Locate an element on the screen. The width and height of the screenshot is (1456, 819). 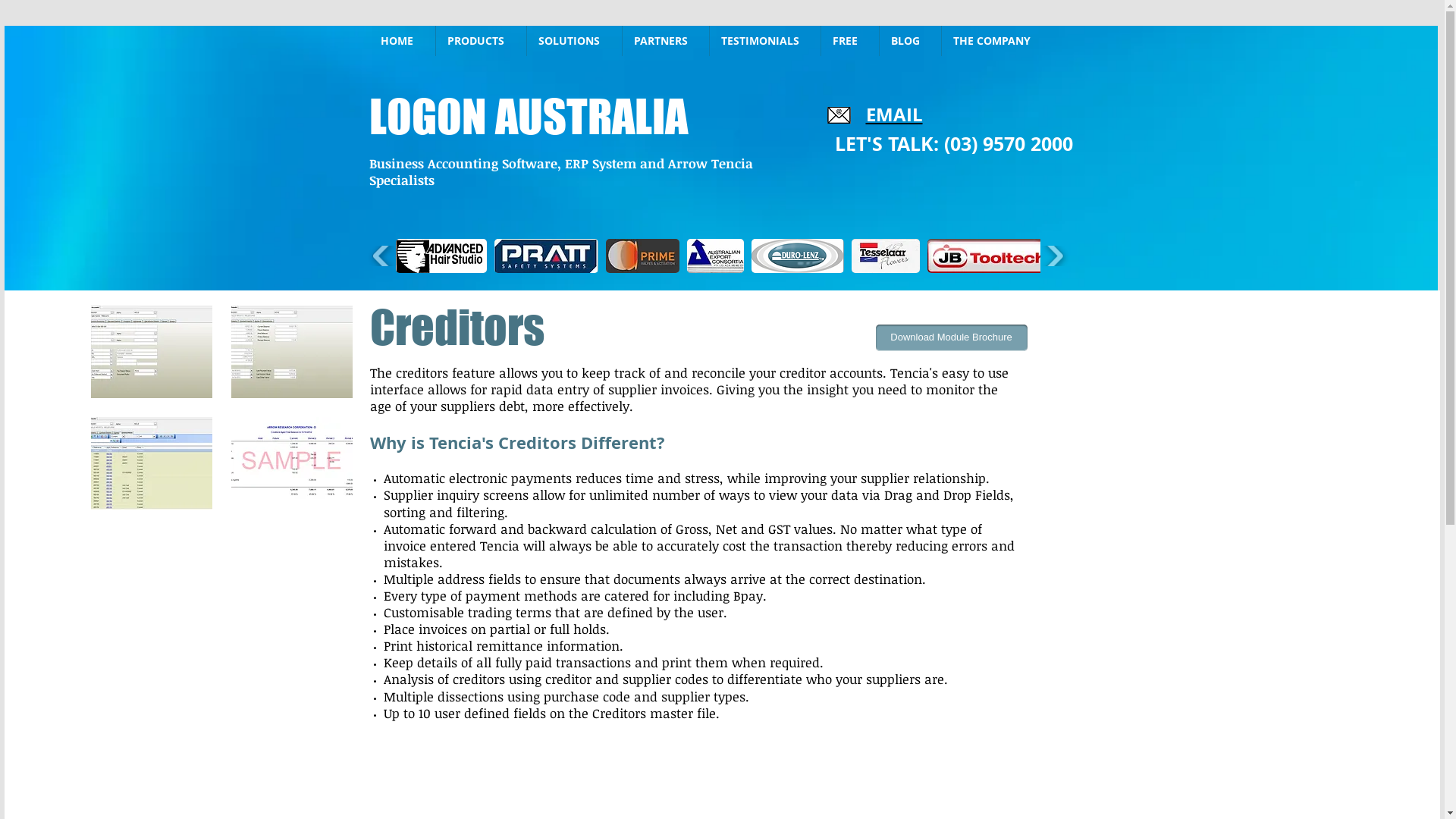
'BLOG' is located at coordinates (910, 40).